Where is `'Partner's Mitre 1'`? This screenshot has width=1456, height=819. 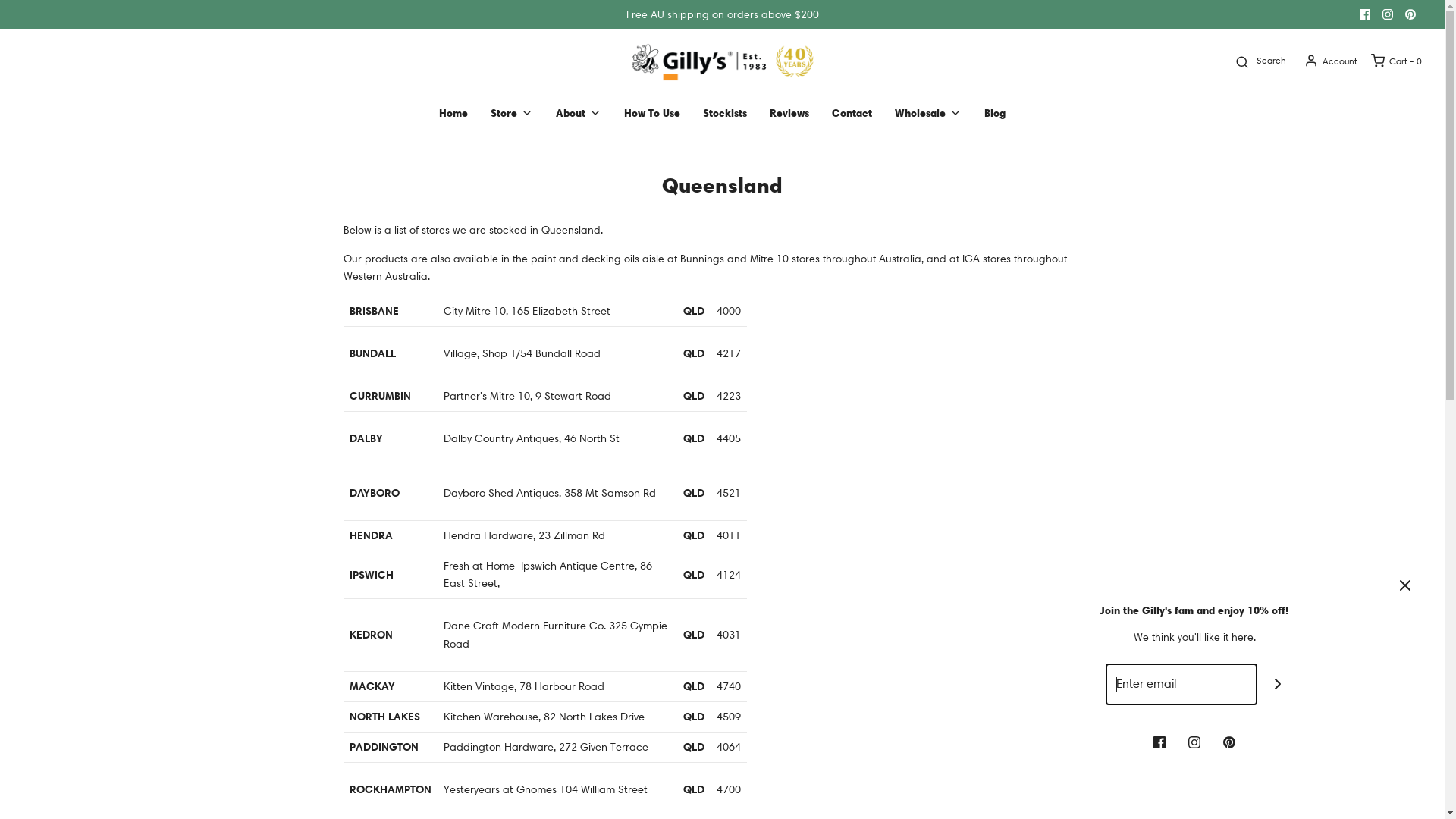 'Partner's Mitre 1' is located at coordinates (482, 394).